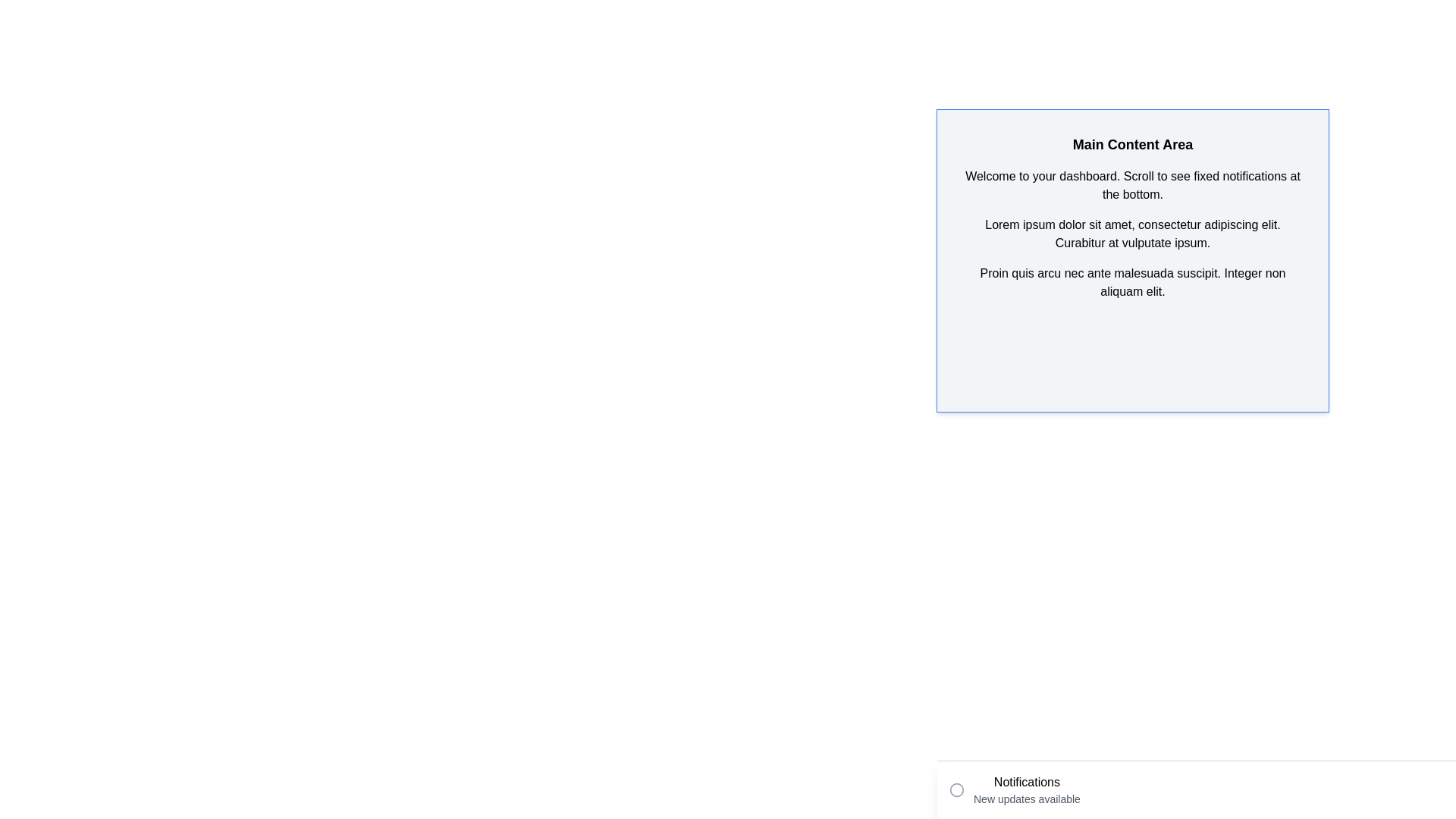 The height and width of the screenshot is (819, 1456). I want to click on the static text element displaying 'Notifications' located in the lower-right corner of the page, so click(1027, 783).